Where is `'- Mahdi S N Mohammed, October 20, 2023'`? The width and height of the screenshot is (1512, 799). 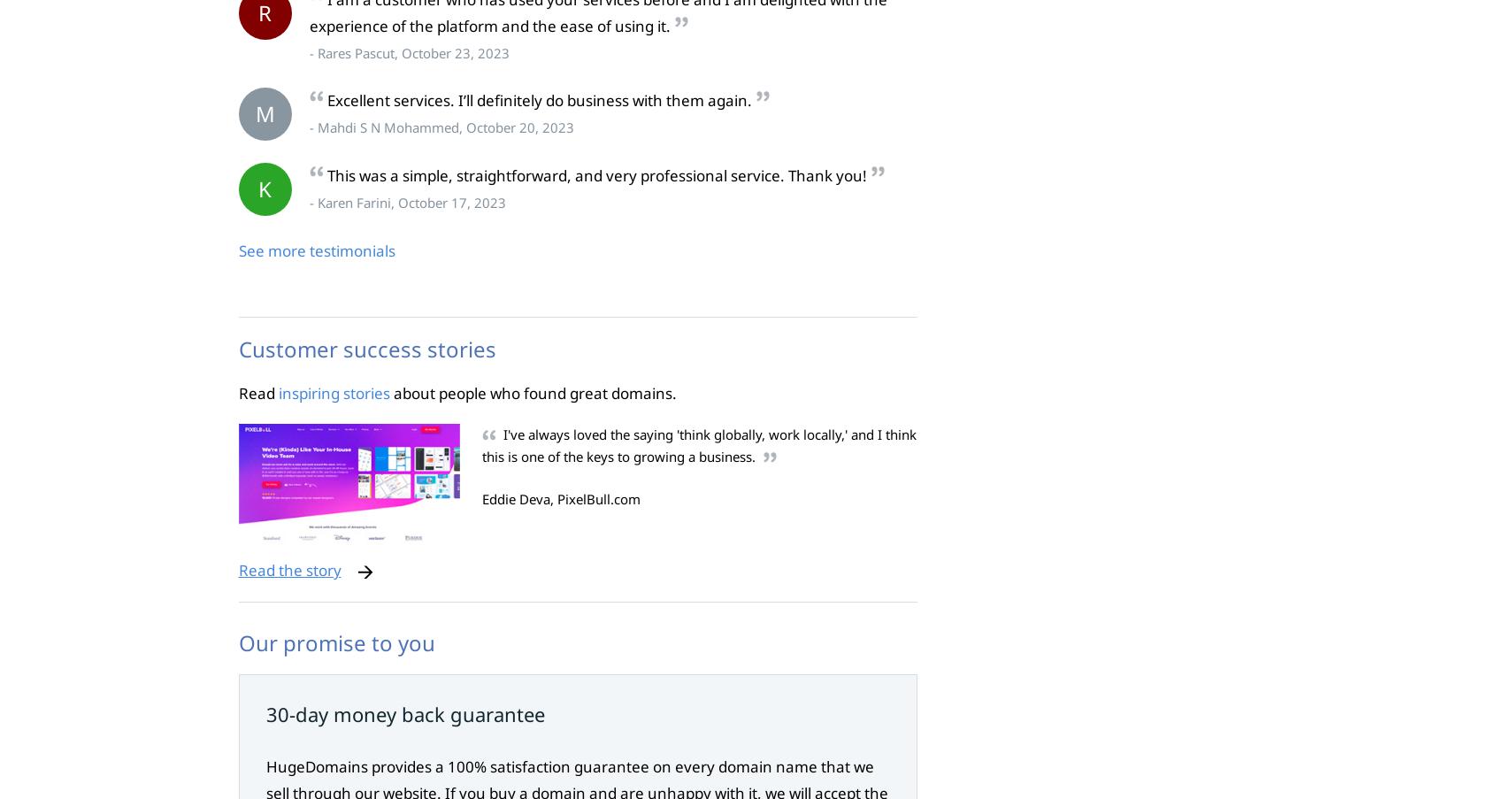
'- Mahdi S N Mohammed, October 20, 2023' is located at coordinates (440, 127).